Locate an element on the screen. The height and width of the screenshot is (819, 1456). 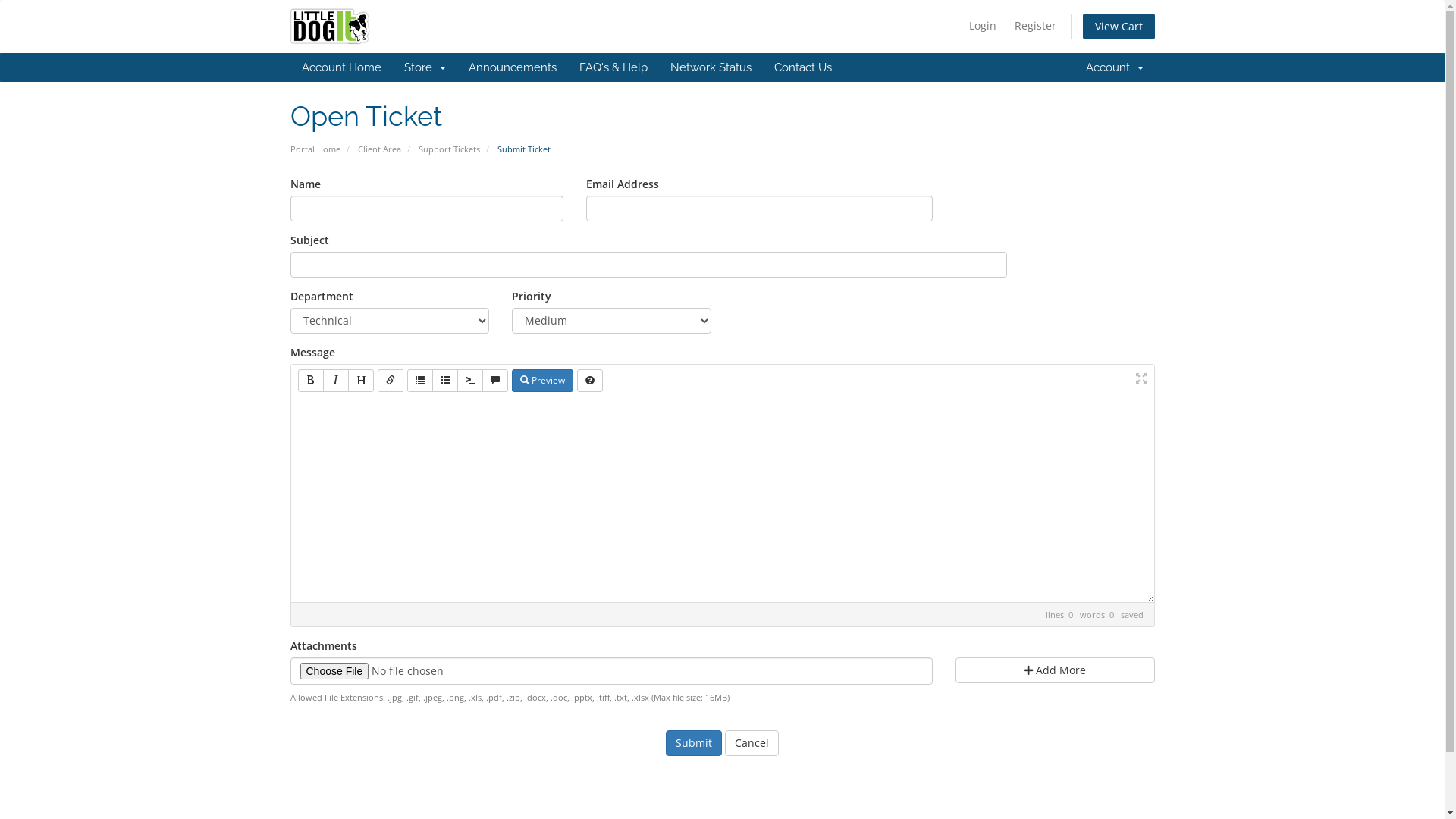
'Announcements' is located at coordinates (512, 66).